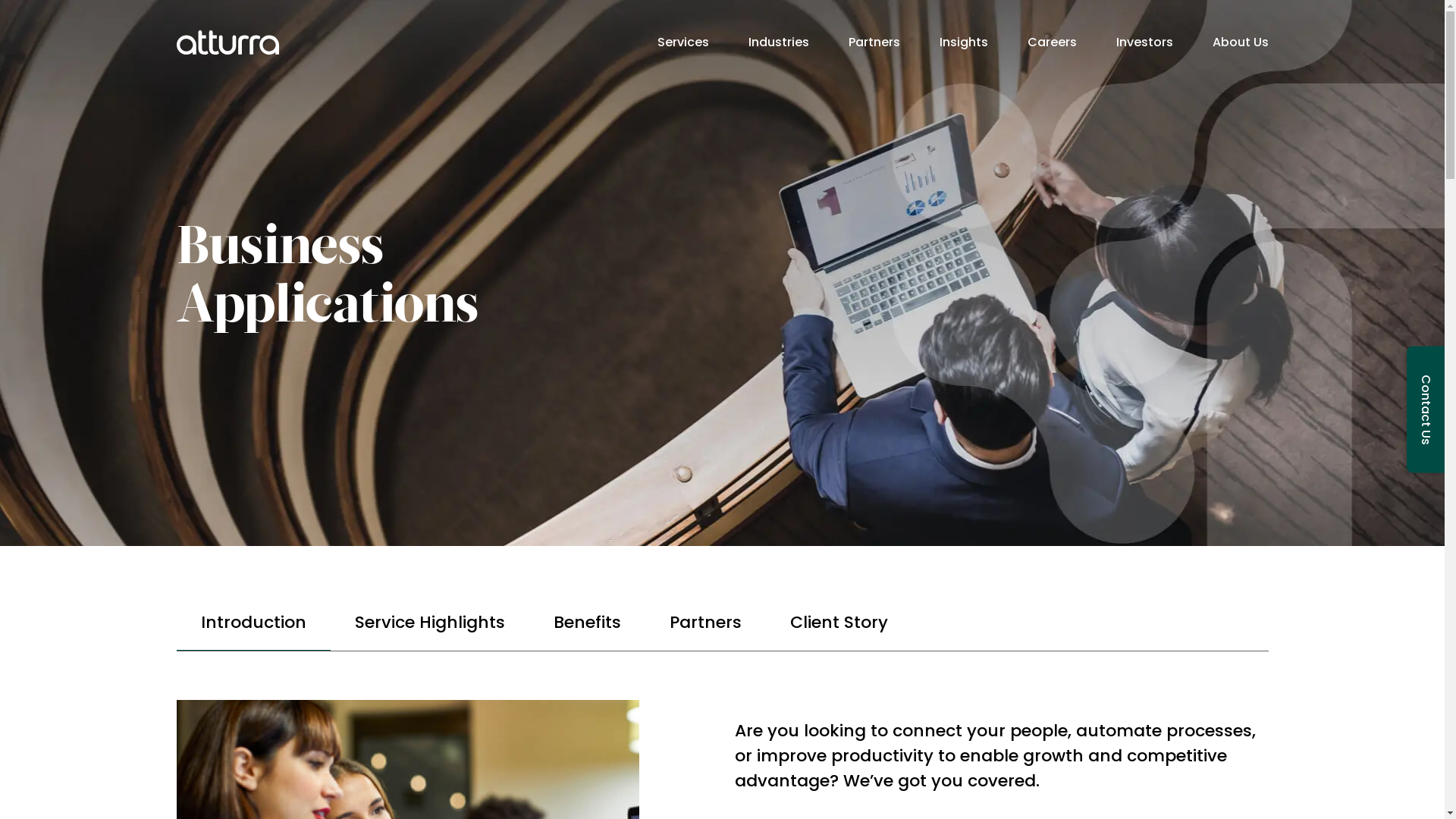  Describe the element at coordinates (586, 623) in the screenshot. I see `'Benefits'` at that location.